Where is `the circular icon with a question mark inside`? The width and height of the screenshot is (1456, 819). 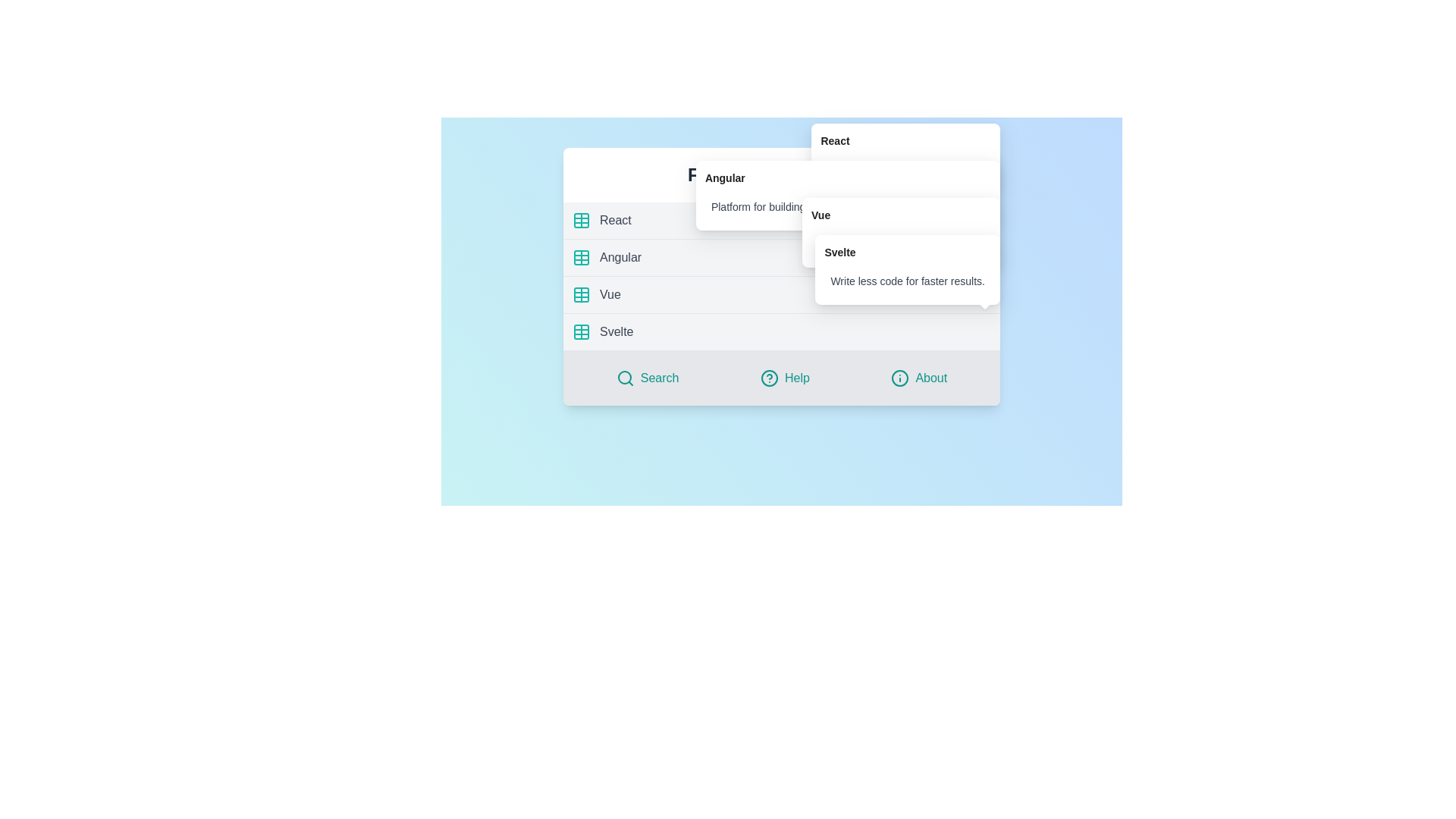
the circular icon with a question mark inside is located at coordinates (769, 377).